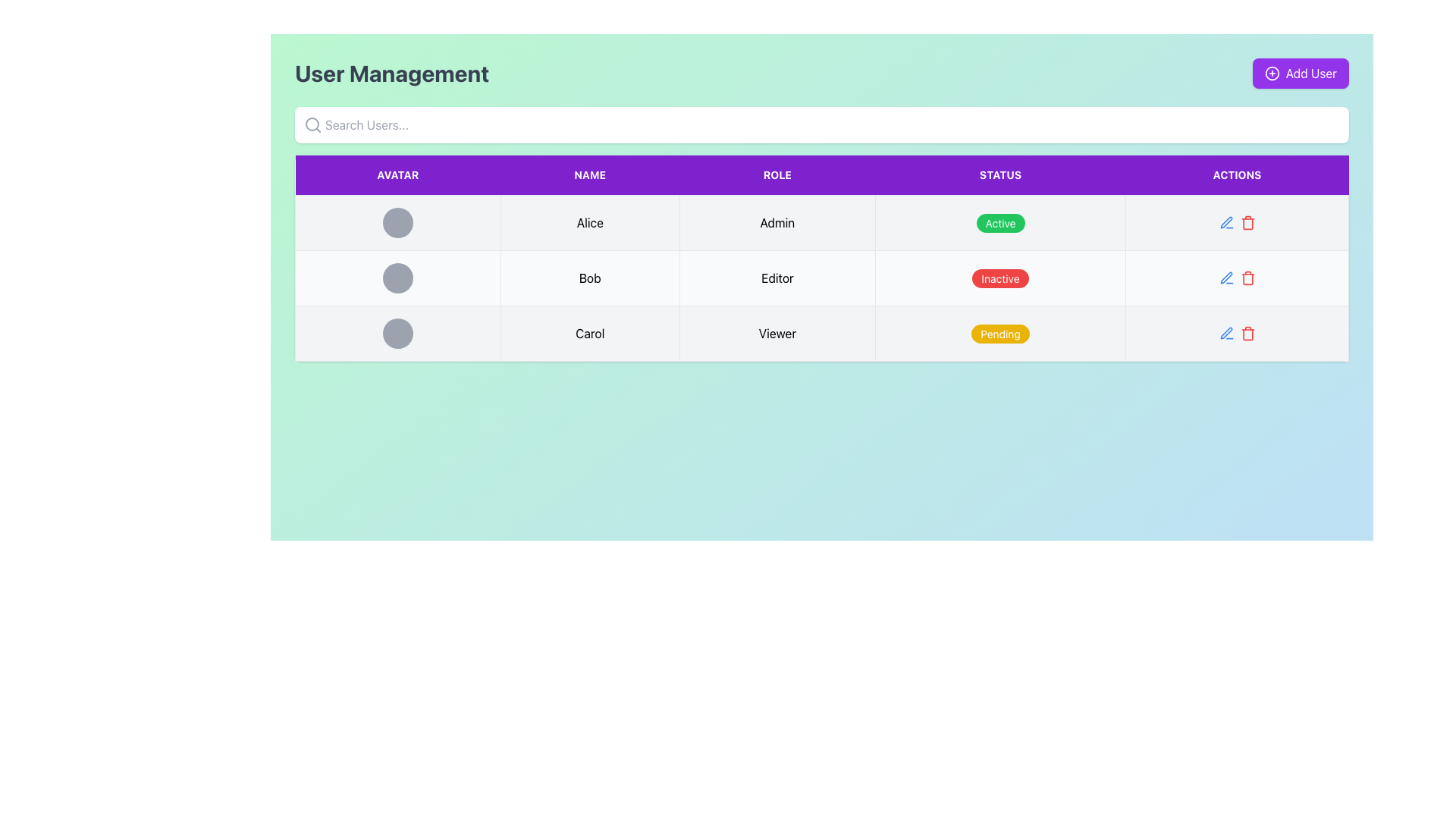 This screenshot has height=819, width=1456. Describe the element at coordinates (1272, 73) in the screenshot. I see `the circular icon with a plus sign inside it, which is part of the 'Add User' button located at the top-right corner of the interface` at that location.